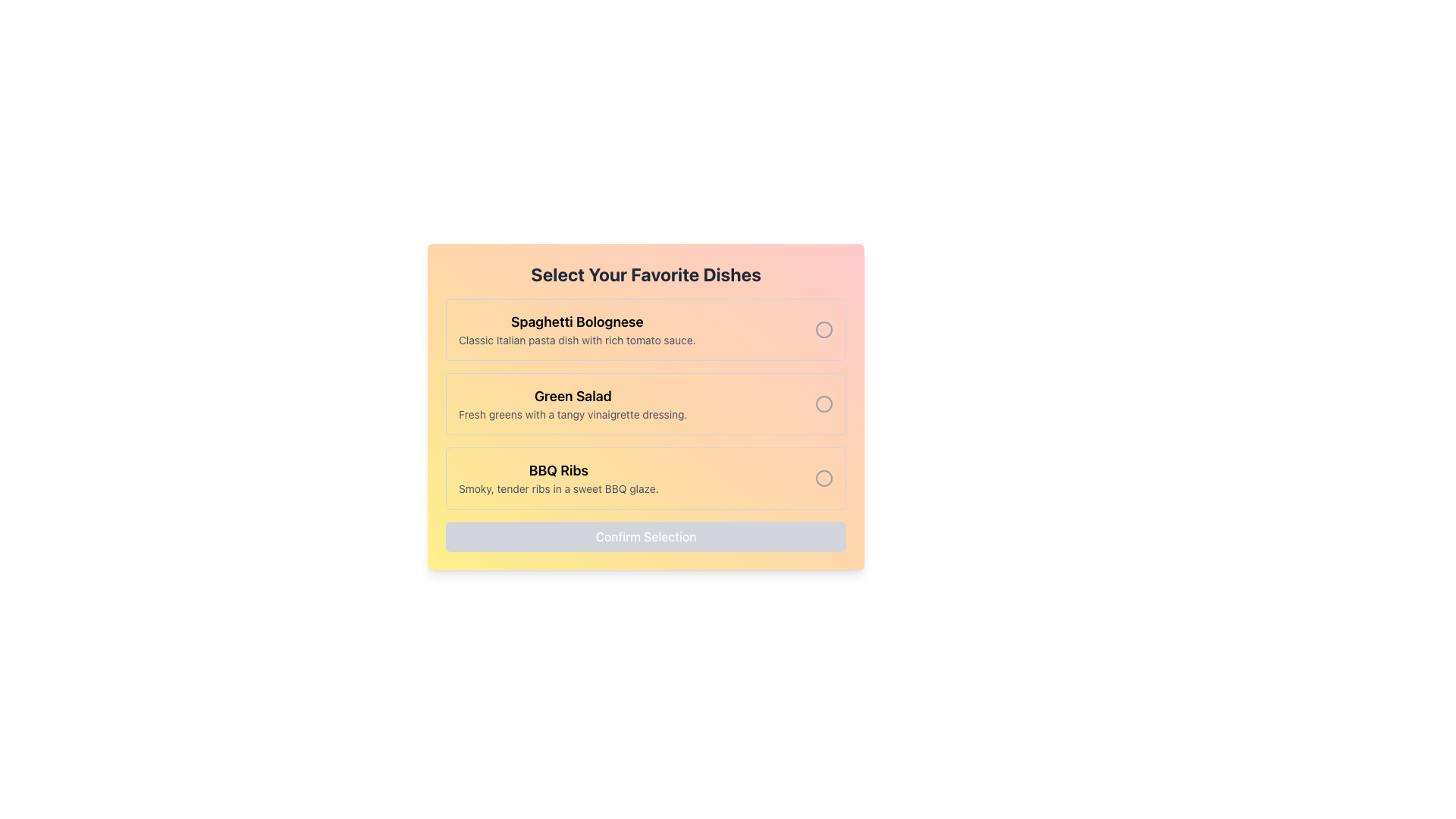  I want to click on the text label providing descriptive information about the 'Green Salad' option in the menu, located under the 'Green Salad' header, so click(572, 415).